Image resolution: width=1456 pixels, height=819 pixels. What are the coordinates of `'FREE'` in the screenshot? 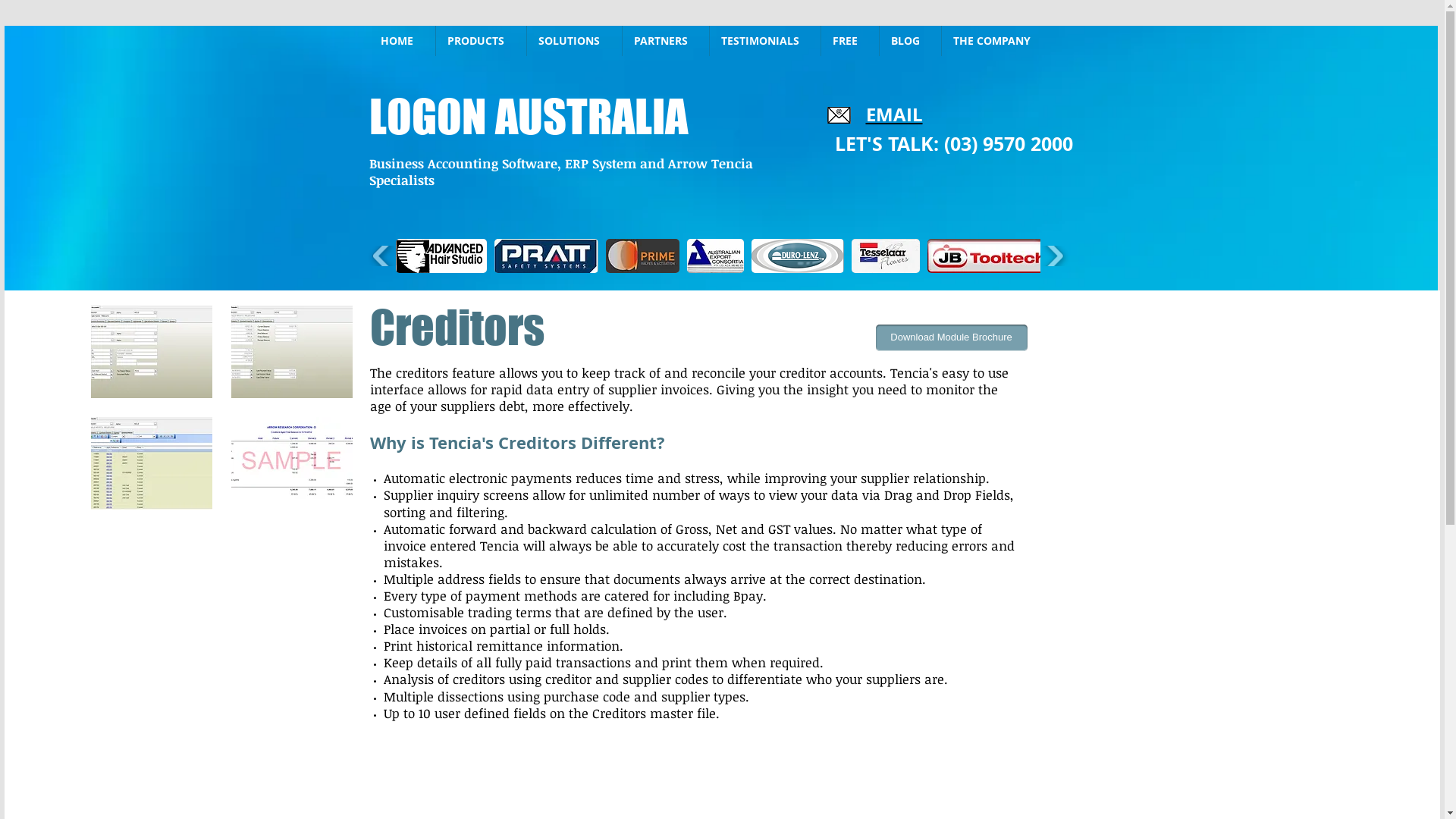 It's located at (848, 40).